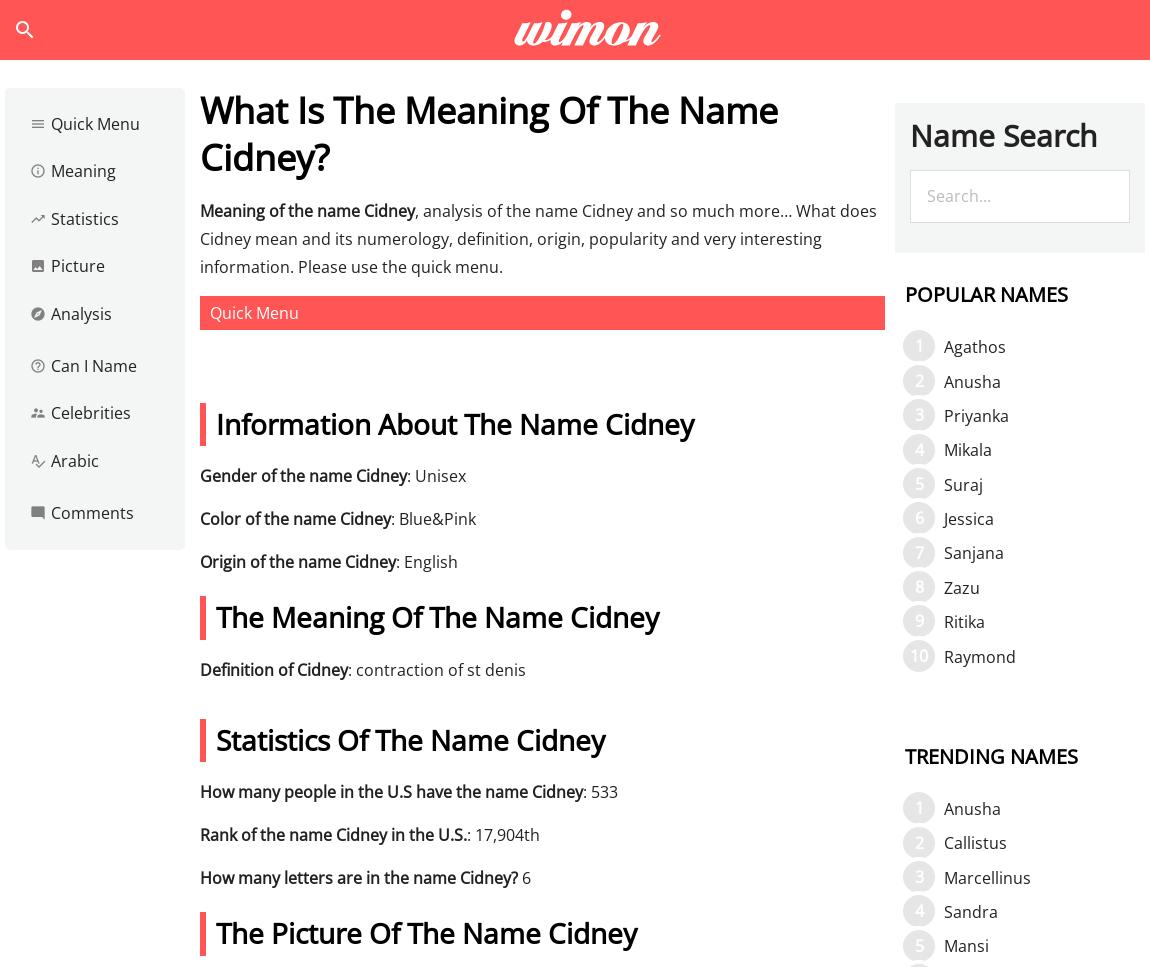  Describe the element at coordinates (91, 511) in the screenshot. I see `'Comments'` at that location.